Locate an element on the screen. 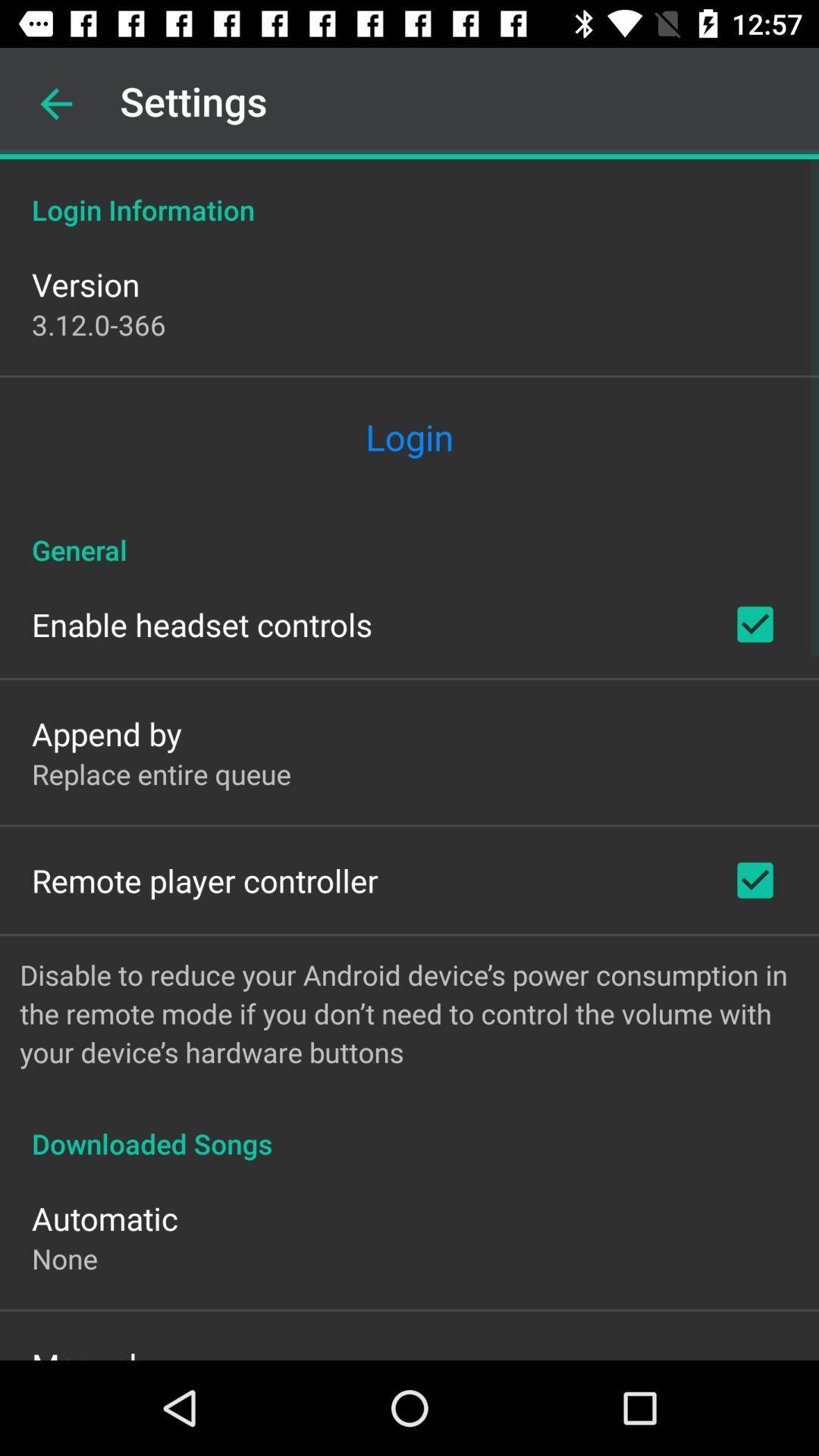 Image resolution: width=819 pixels, height=1456 pixels. remote player controller item is located at coordinates (205, 880).